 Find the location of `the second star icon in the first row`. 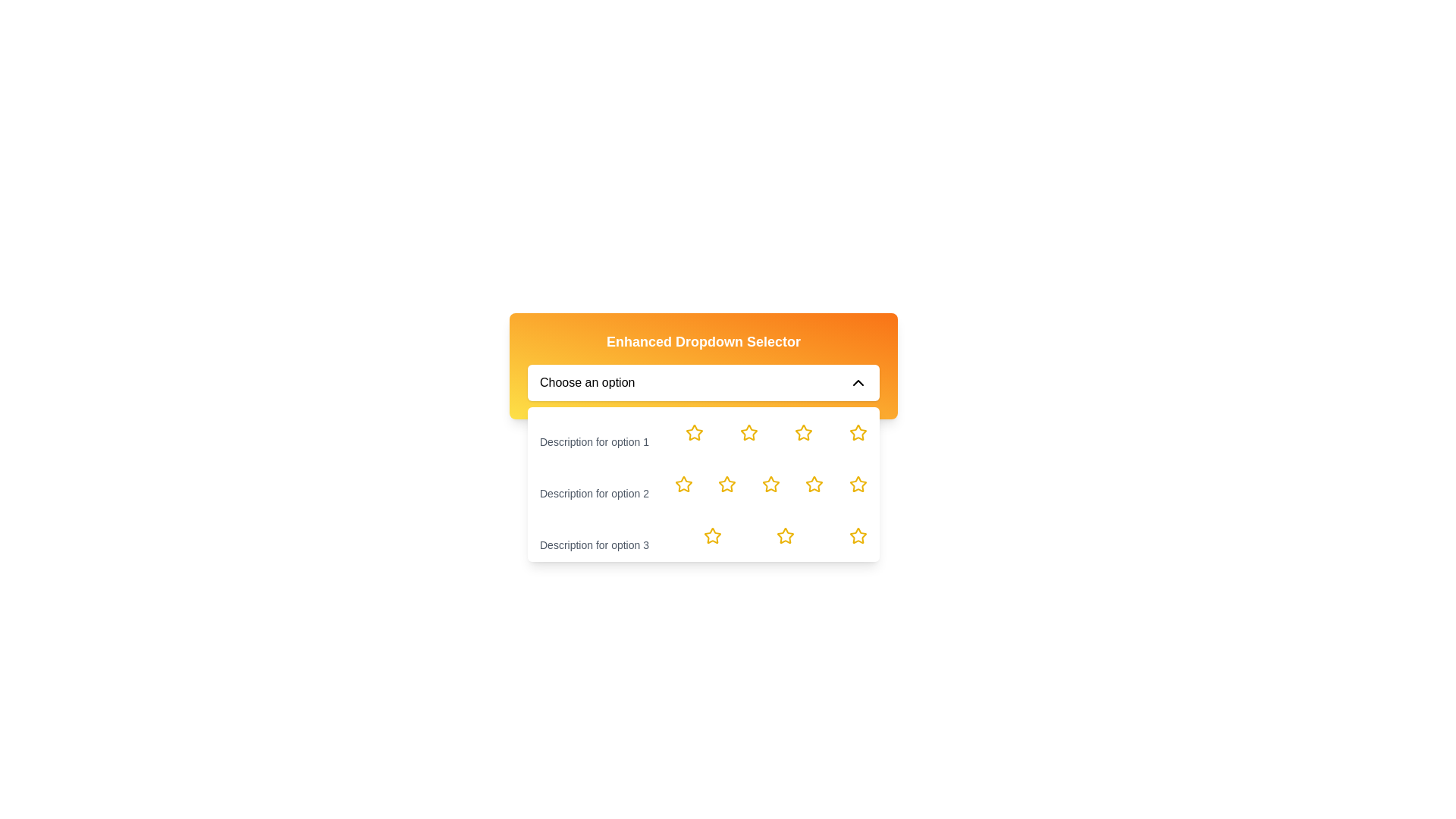

the second star icon in the first row is located at coordinates (749, 432).